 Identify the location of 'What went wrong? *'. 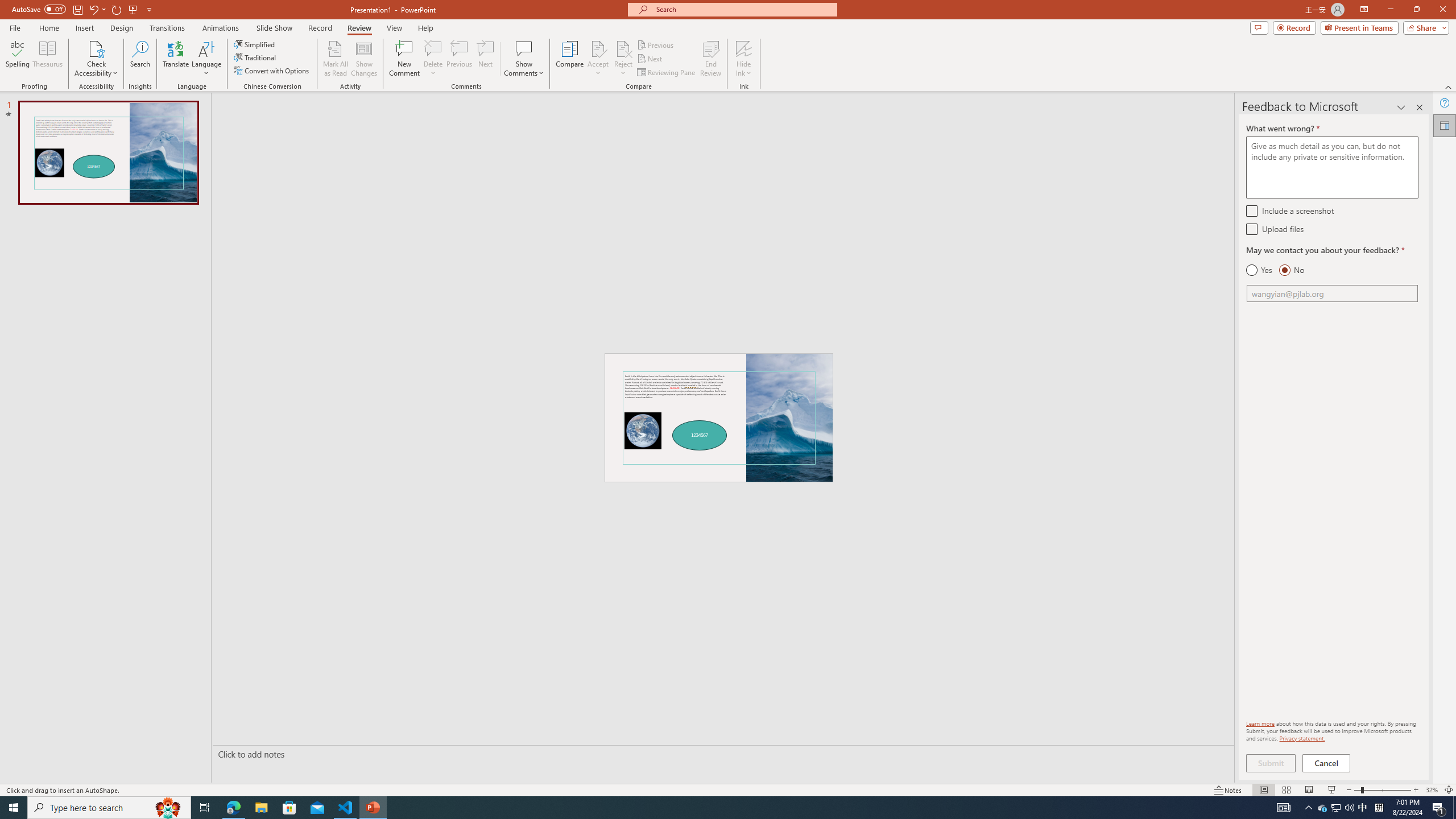
(1331, 167).